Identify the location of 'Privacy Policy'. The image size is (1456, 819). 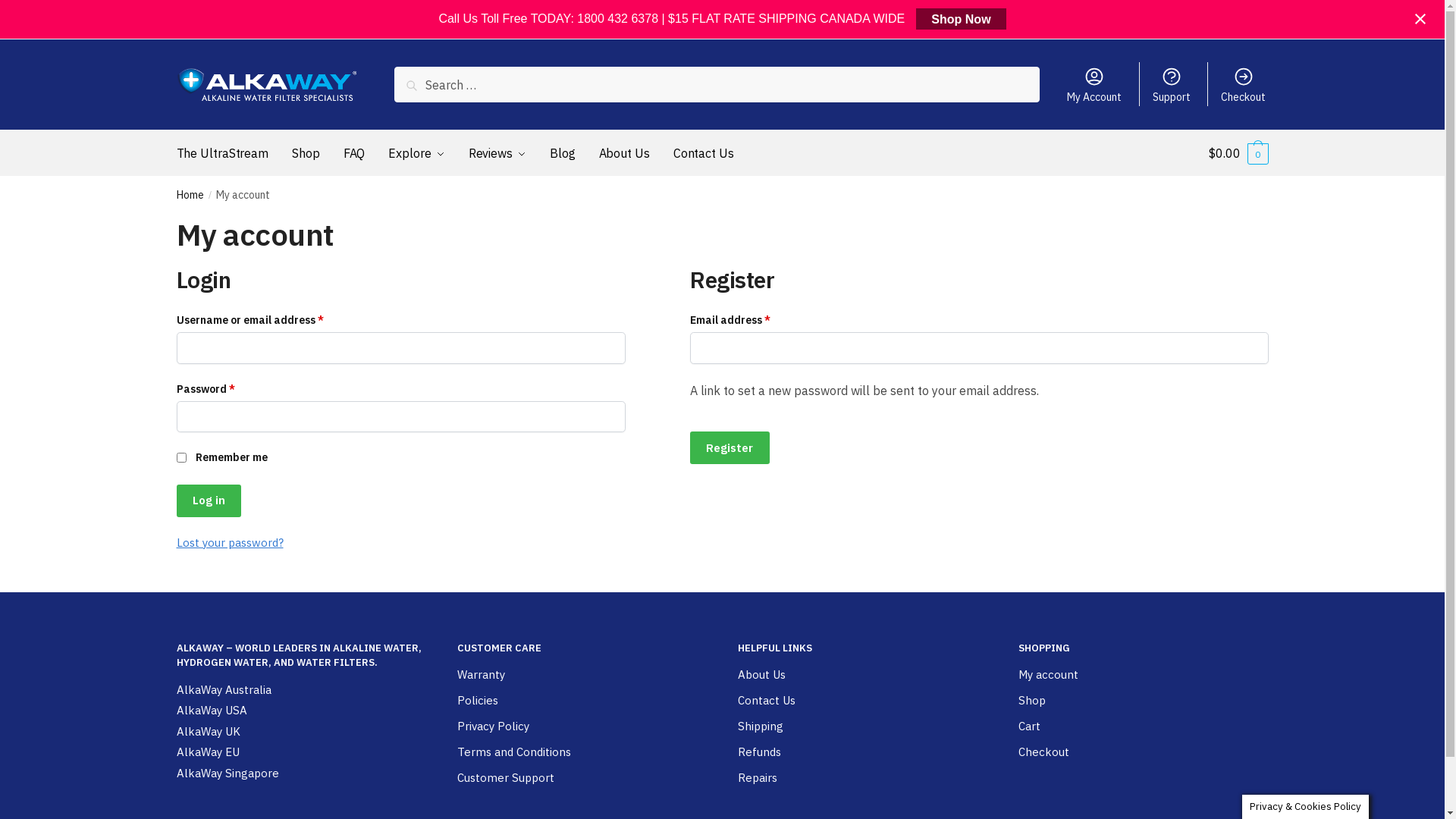
(455, 726).